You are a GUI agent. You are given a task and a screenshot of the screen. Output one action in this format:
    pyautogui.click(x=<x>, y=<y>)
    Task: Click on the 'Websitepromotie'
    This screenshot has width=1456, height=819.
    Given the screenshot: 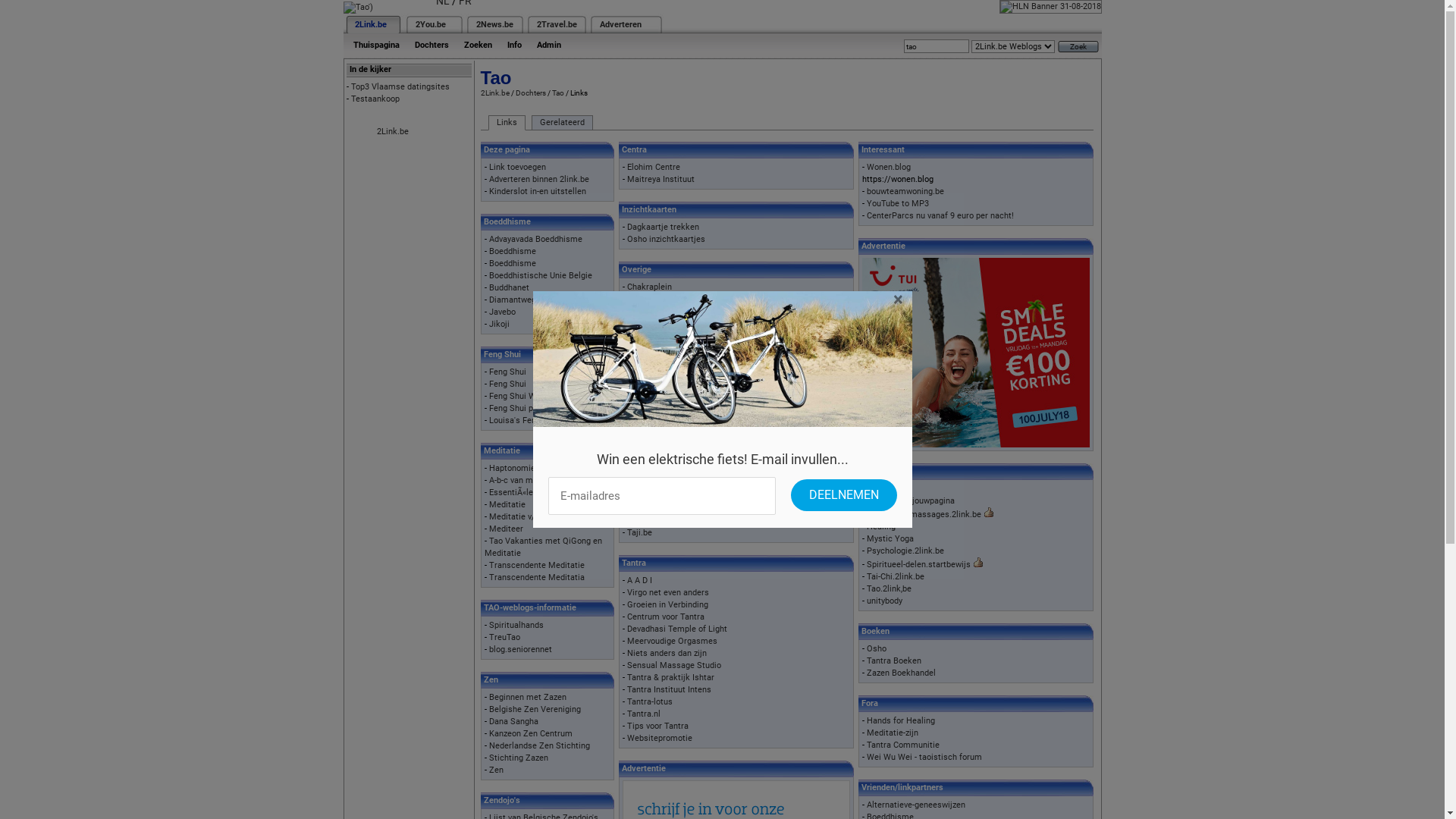 What is the action you would take?
    pyautogui.click(x=658, y=737)
    